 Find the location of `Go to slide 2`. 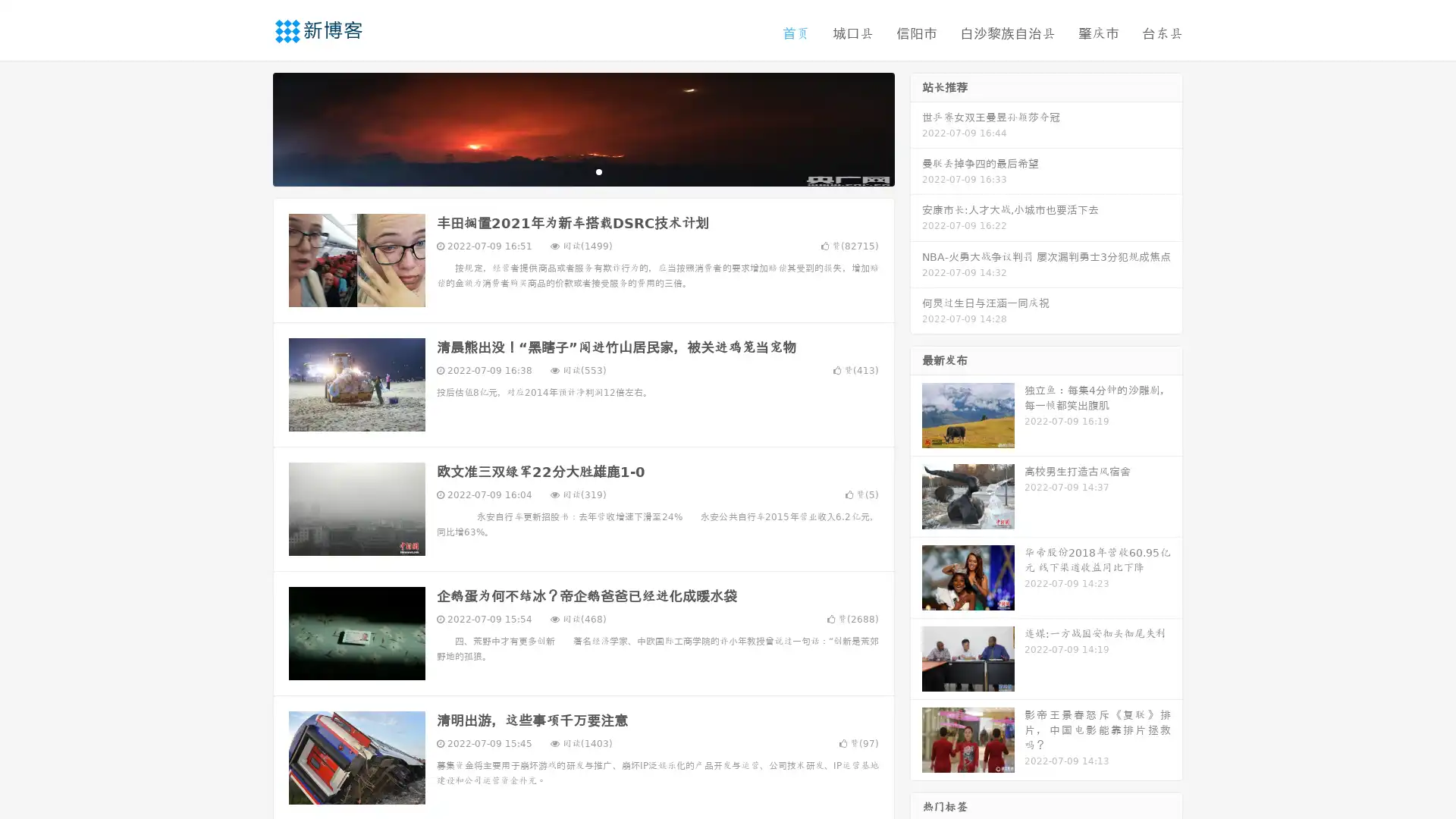

Go to slide 2 is located at coordinates (582, 171).